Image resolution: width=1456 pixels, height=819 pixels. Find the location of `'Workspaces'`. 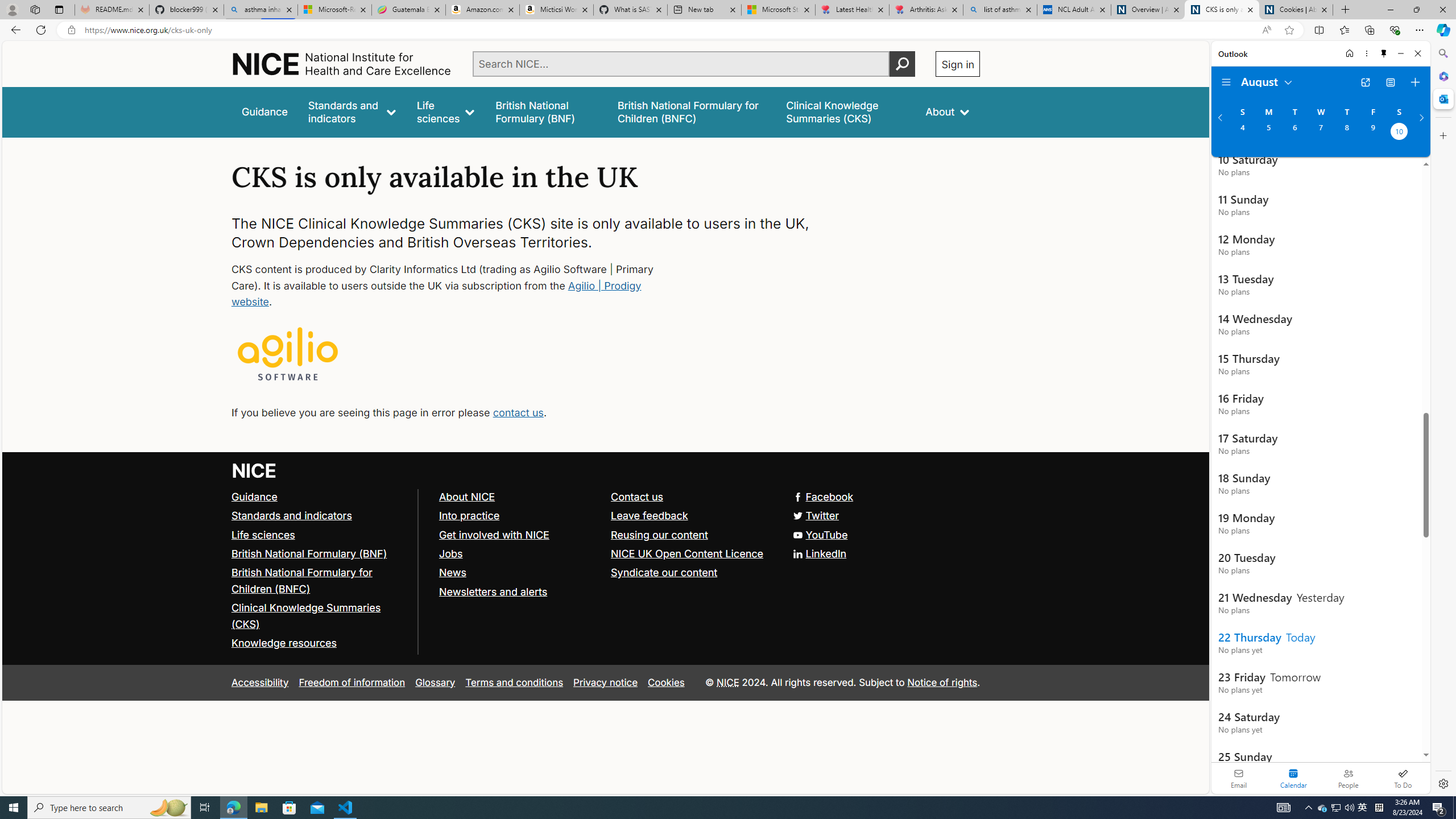

'Workspaces' is located at coordinates (35, 9).